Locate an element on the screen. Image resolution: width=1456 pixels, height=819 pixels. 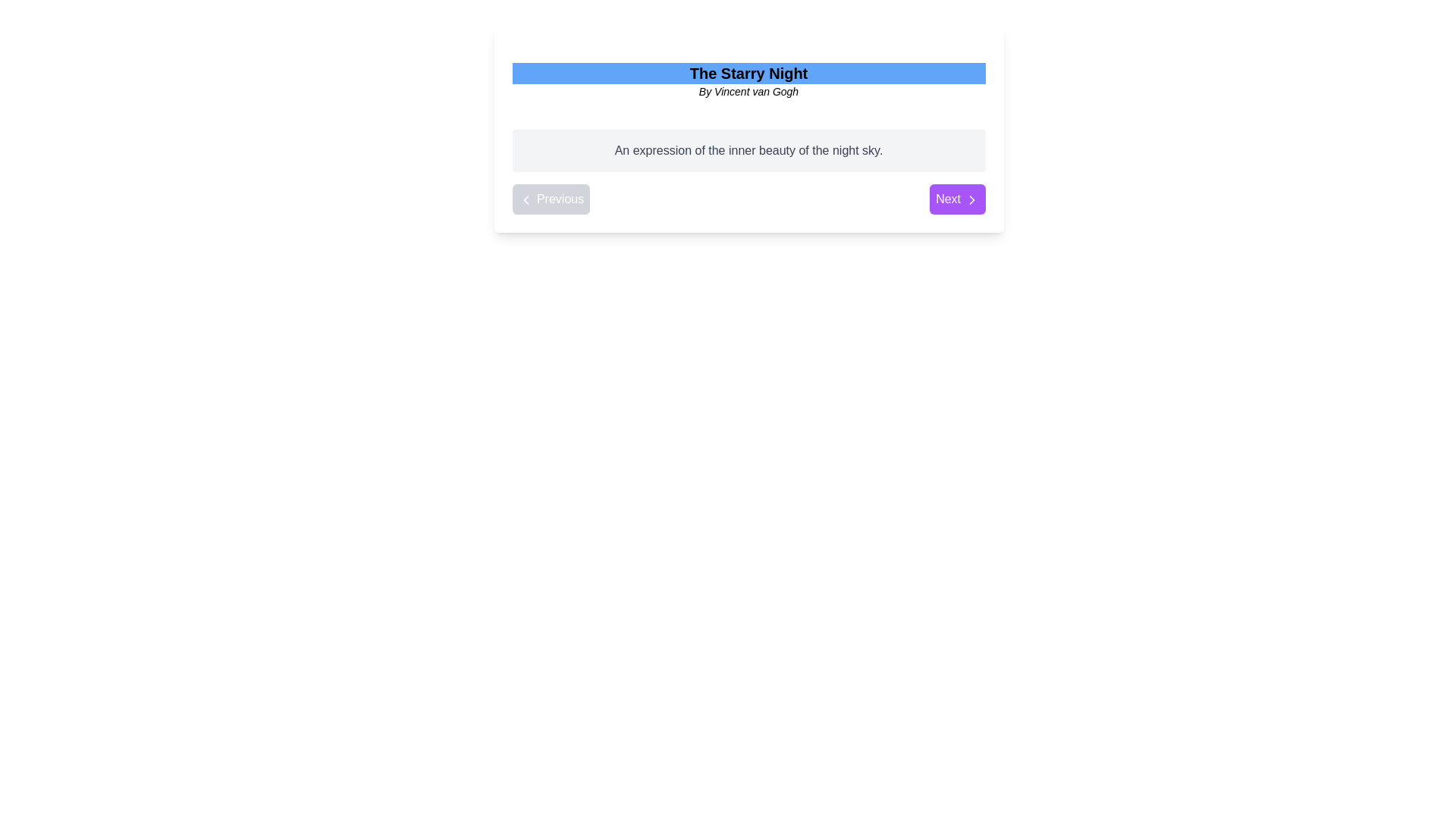
the 'Next' button is located at coordinates (971, 199).